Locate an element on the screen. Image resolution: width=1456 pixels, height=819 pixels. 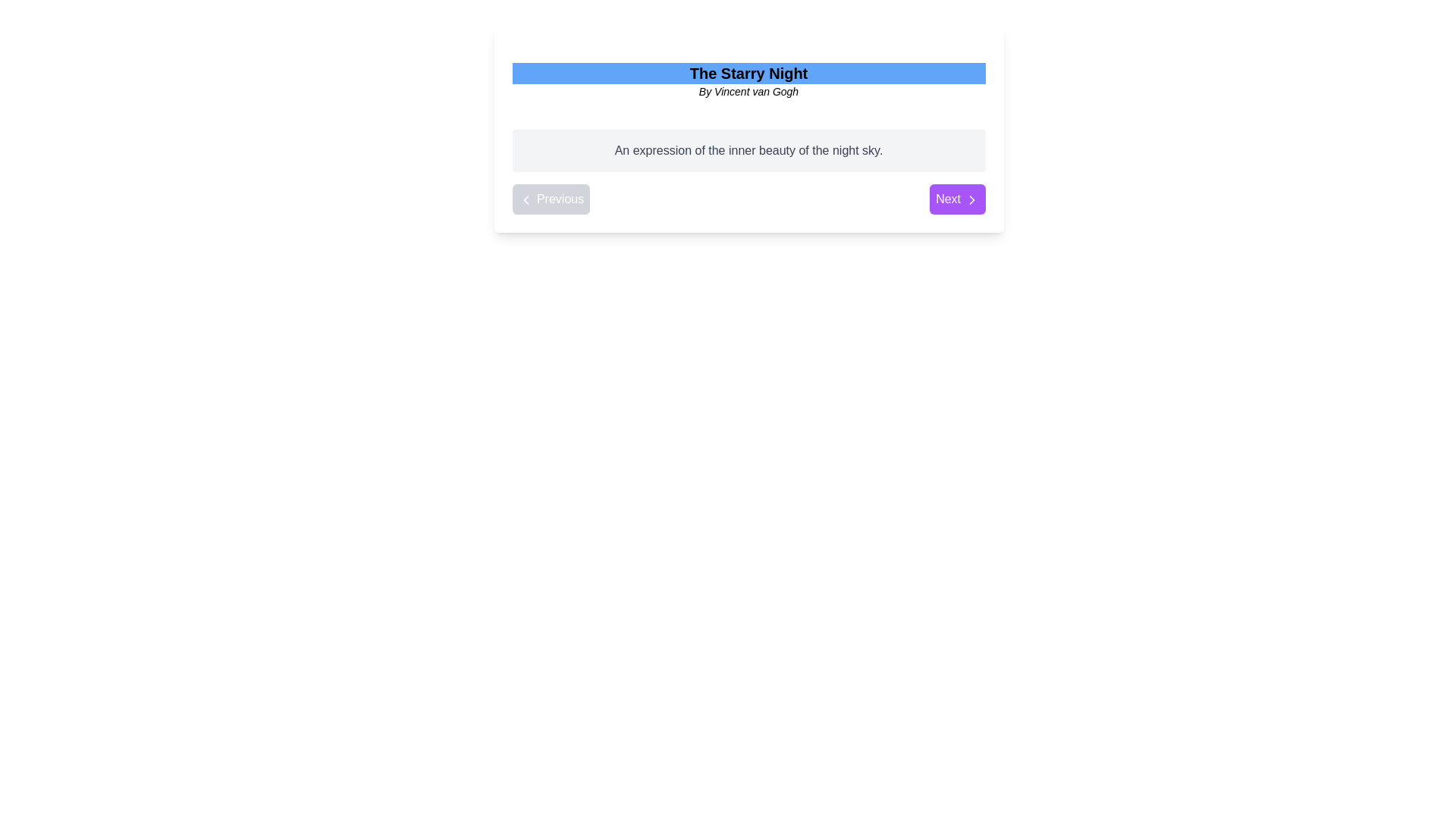
the 'Next' button is located at coordinates (971, 199).